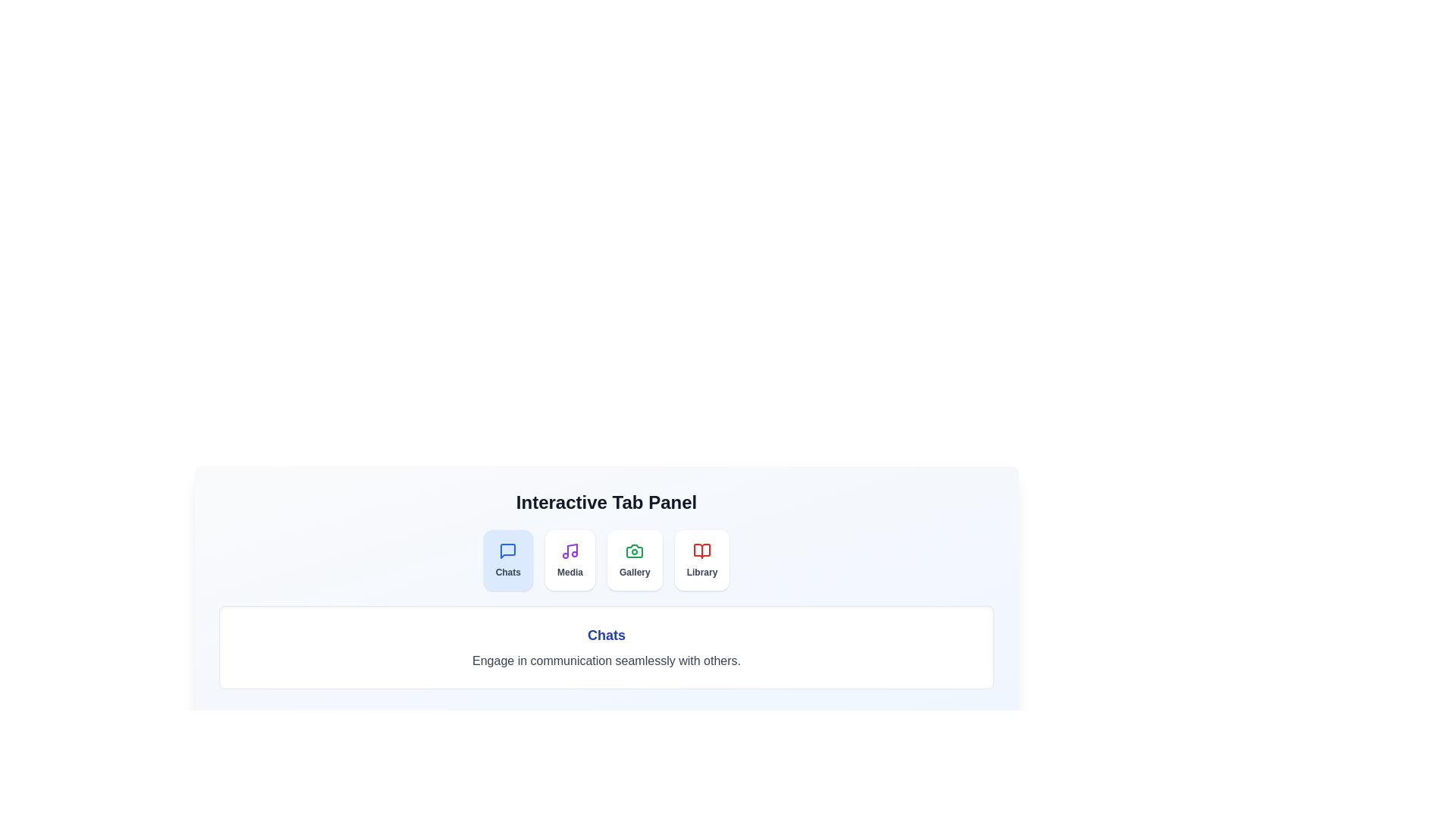 The height and width of the screenshot is (819, 1456). What do you see at coordinates (570, 560) in the screenshot?
I see `the Media tab` at bounding box center [570, 560].